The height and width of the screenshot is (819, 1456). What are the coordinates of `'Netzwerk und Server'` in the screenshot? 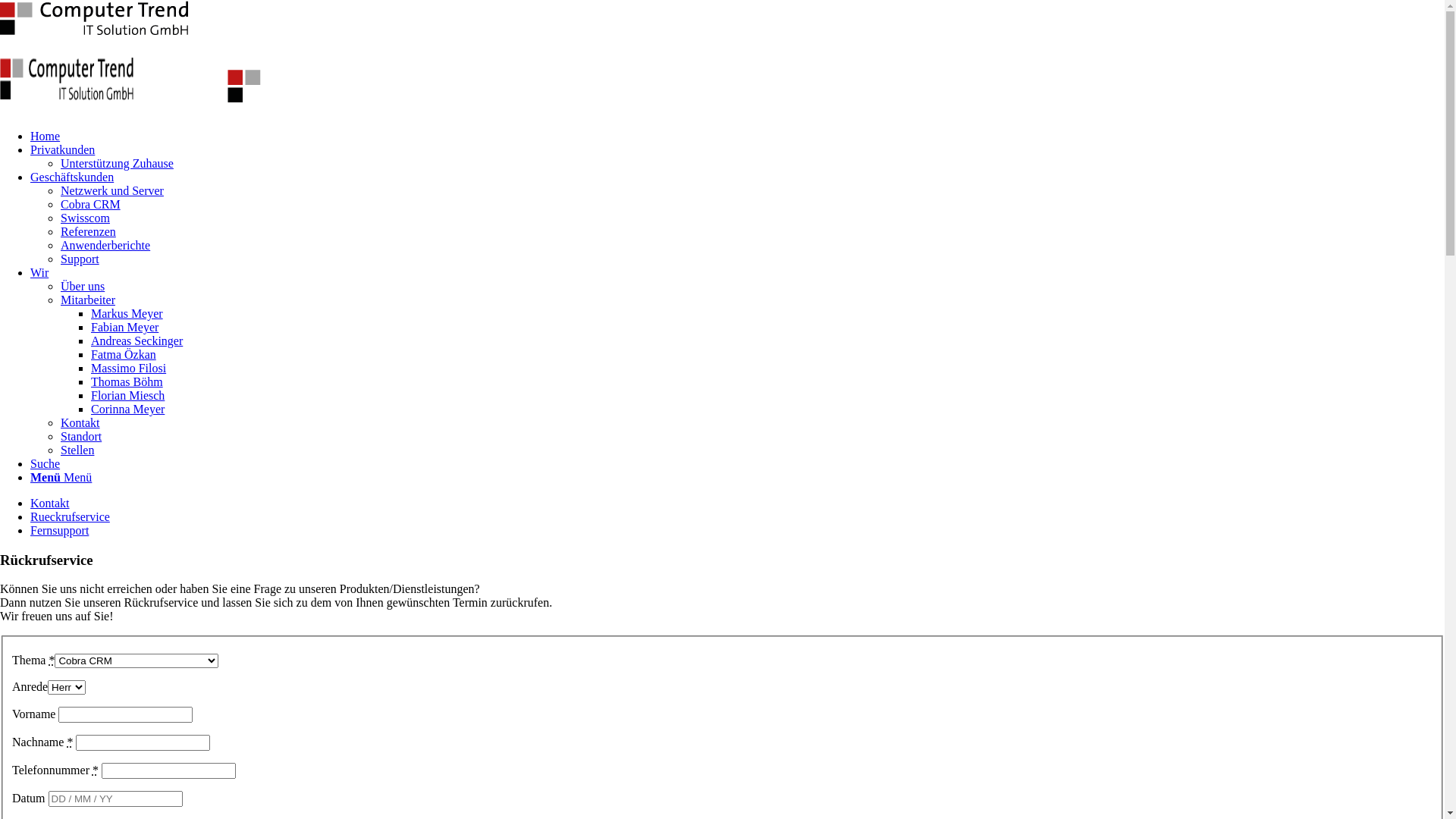 It's located at (111, 190).